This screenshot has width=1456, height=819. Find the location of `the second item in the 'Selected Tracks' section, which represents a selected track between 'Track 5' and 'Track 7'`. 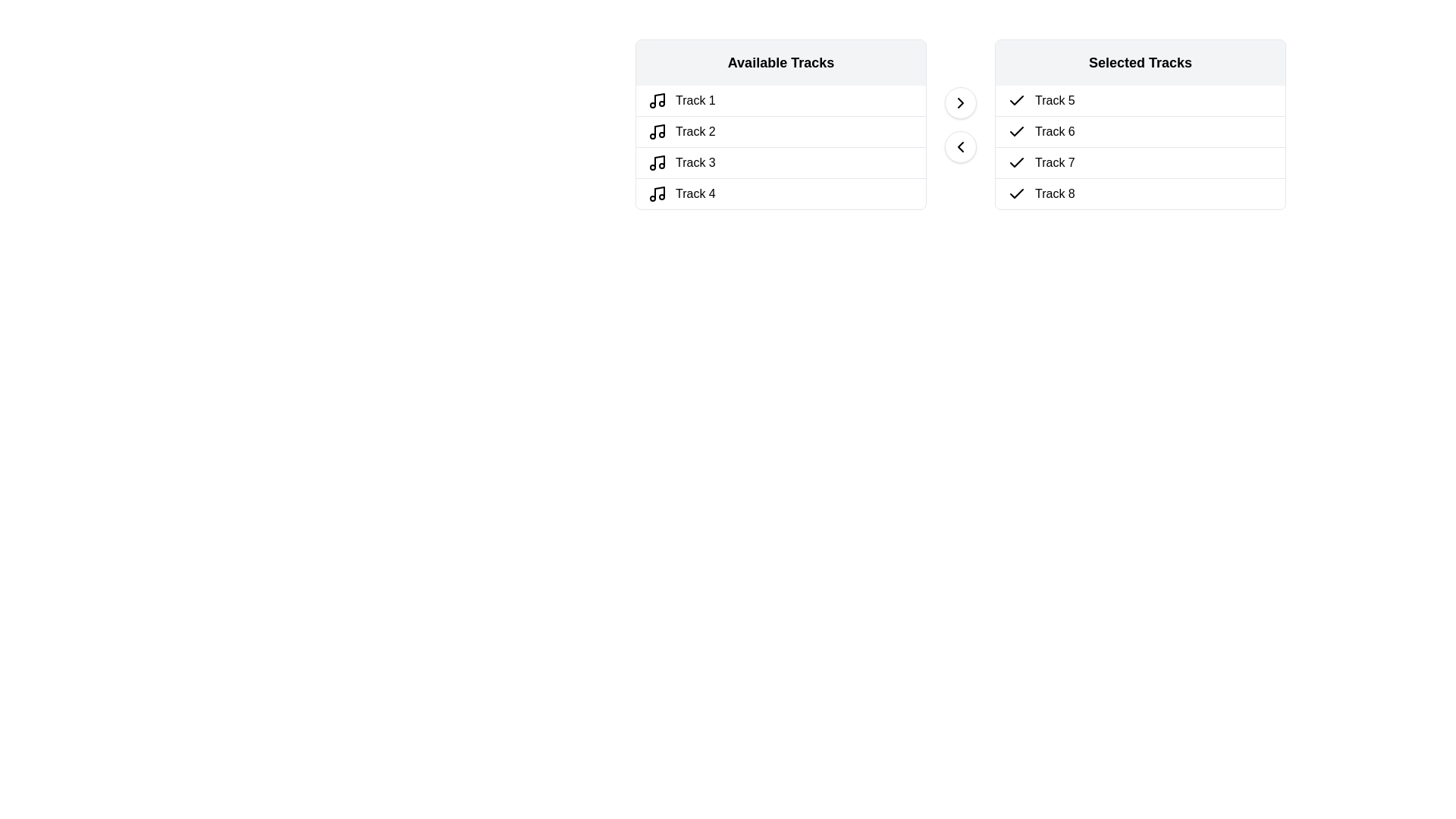

the second item in the 'Selected Tracks' section, which represents a selected track between 'Track 5' and 'Track 7' is located at coordinates (1140, 130).